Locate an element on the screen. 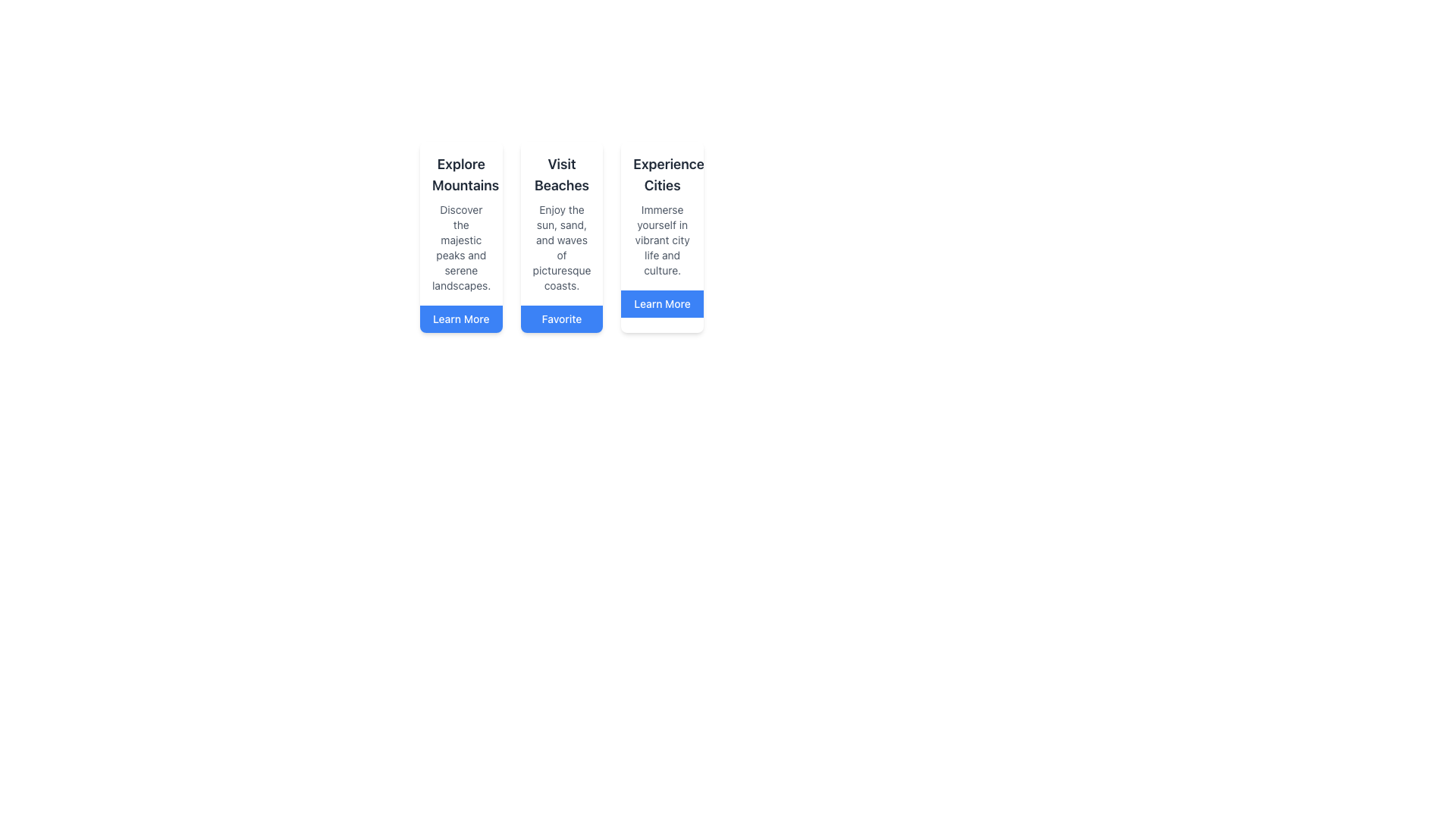 The image size is (1456, 819). the button located at the bottom of the 'Explore Mountains' card is located at coordinates (460, 318).